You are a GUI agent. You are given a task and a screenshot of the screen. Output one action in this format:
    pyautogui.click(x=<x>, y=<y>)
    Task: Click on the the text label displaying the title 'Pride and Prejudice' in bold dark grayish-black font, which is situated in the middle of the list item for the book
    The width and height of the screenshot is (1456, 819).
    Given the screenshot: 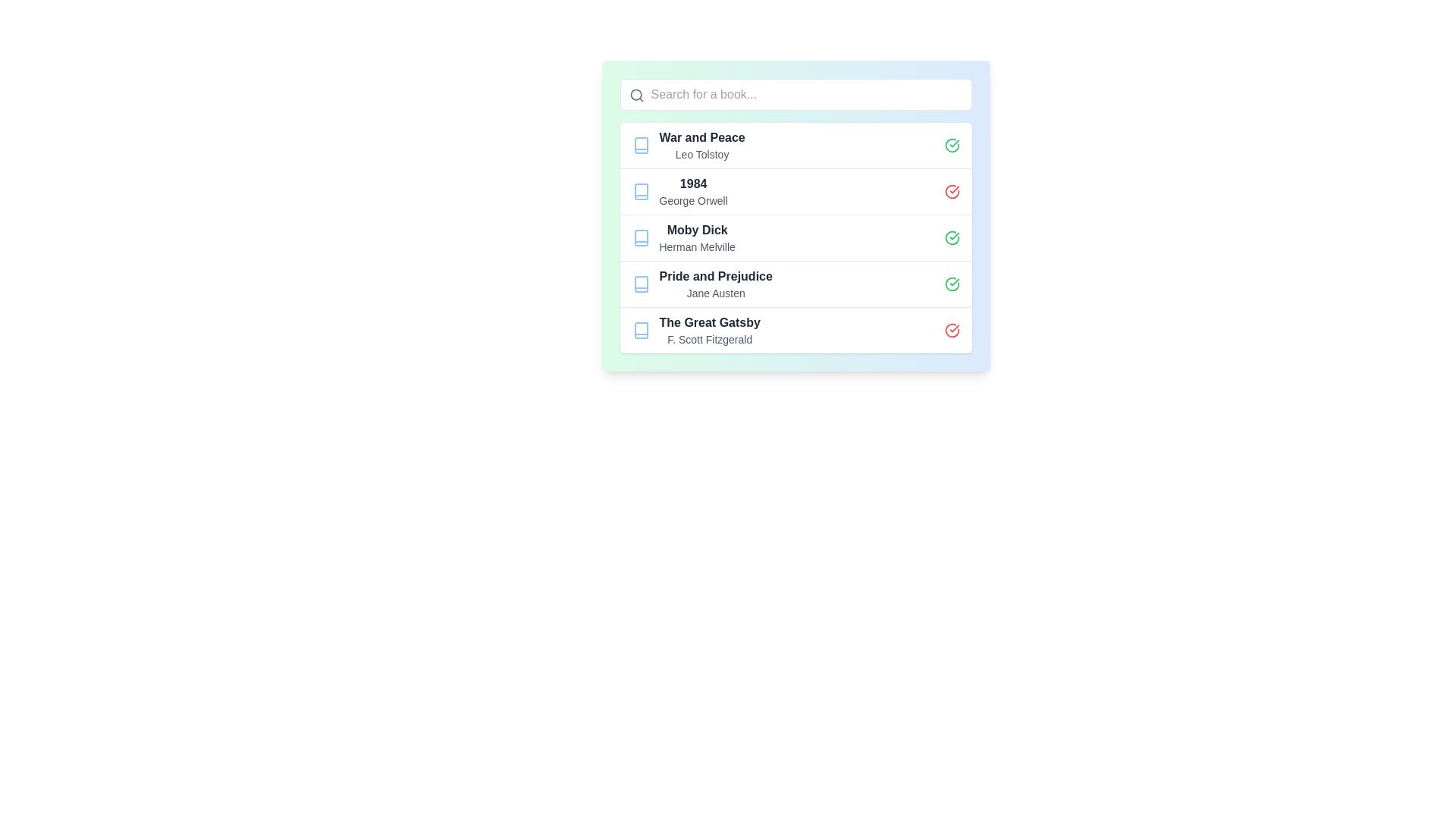 What is the action you would take?
    pyautogui.click(x=715, y=277)
    